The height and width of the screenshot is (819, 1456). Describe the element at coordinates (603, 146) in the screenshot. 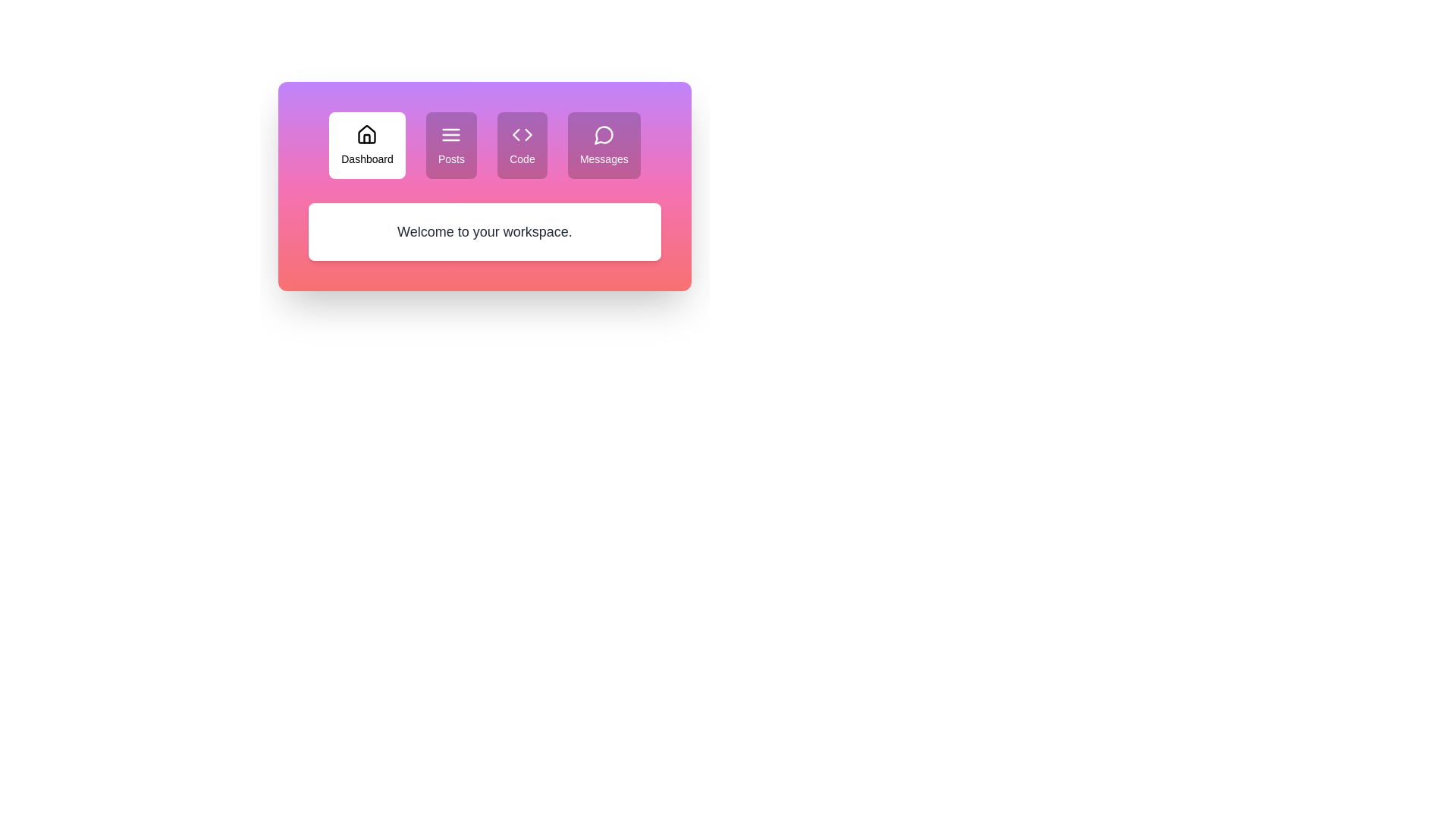

I see `the tab labeled Messages to navigate to its content` at that location.